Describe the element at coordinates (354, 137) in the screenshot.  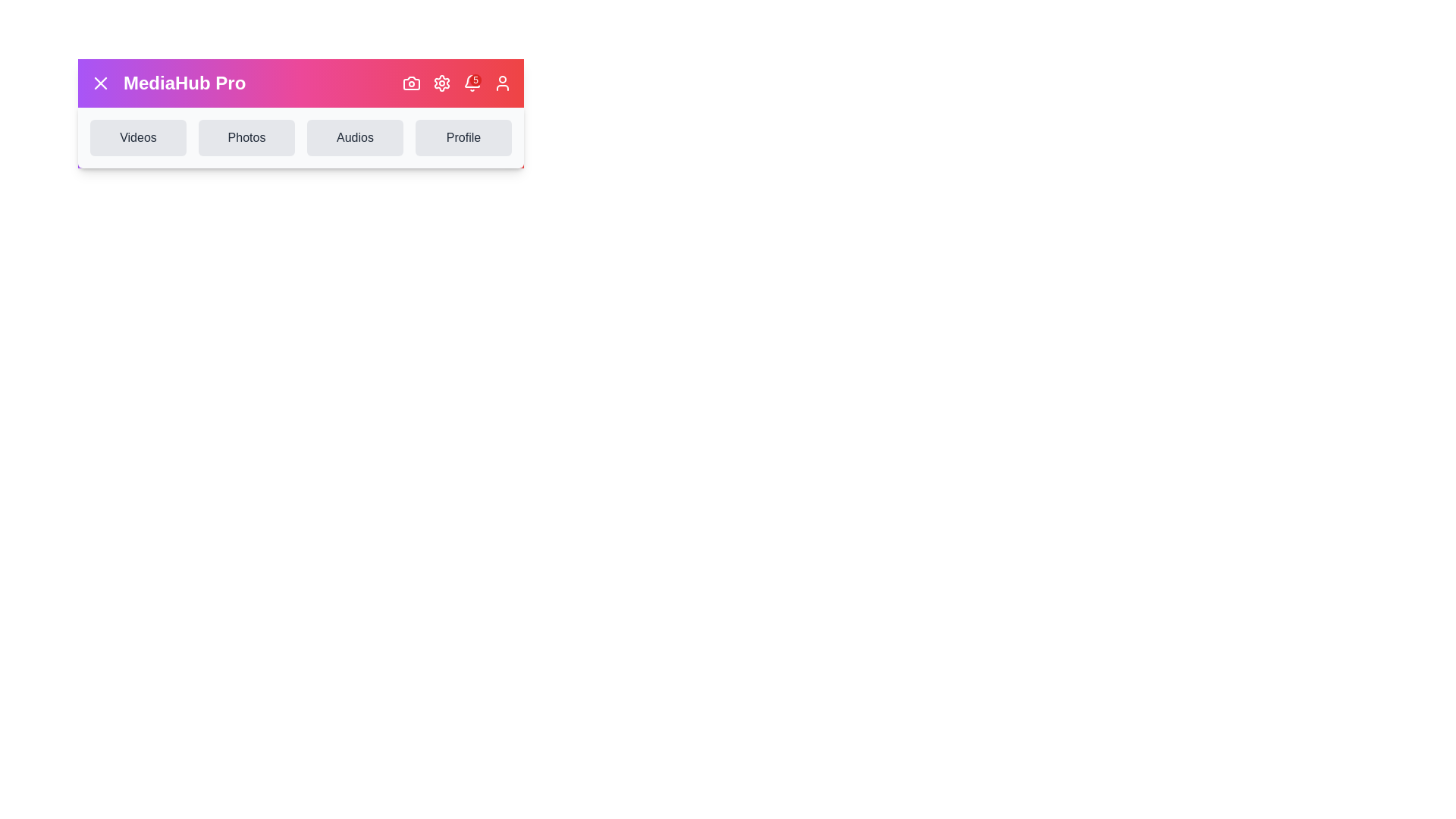
I see `the menu item Audios to navigate to the respective section` at that location.